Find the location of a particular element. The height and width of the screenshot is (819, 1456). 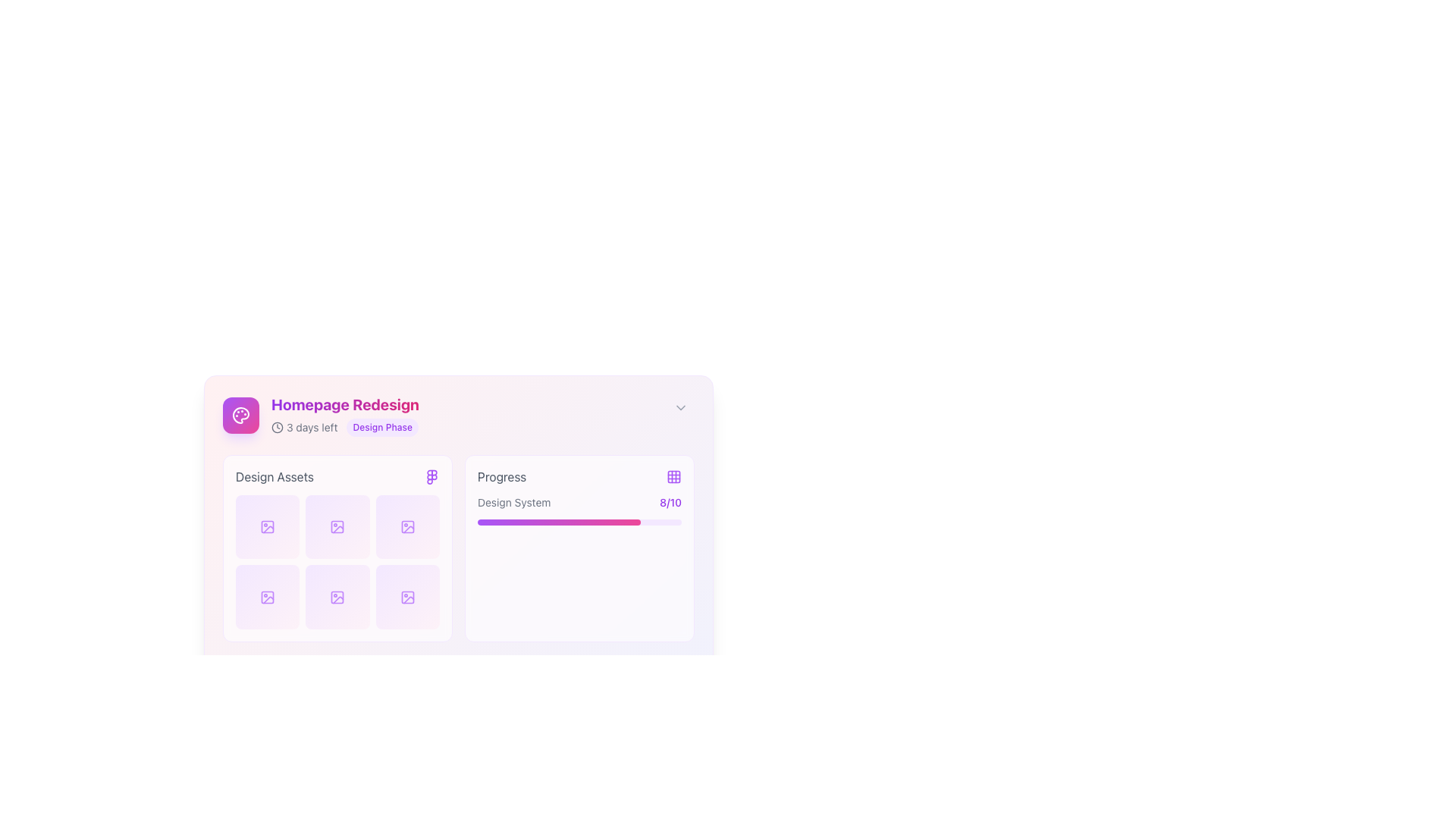

the progress bar indicating 80% completion for the 'Design System' task is located at coordinates (579, 522).